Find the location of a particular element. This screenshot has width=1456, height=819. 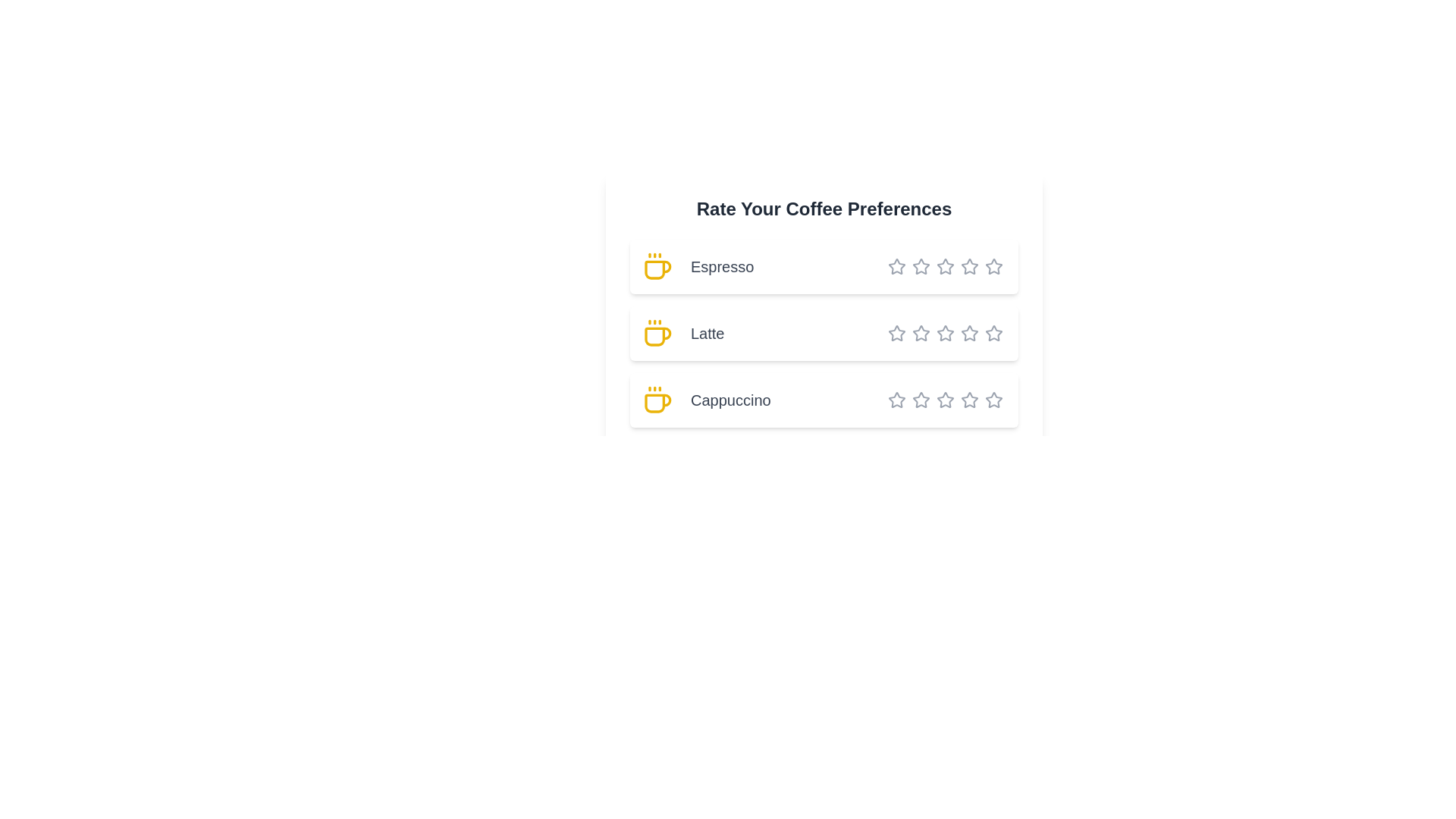

the star corresponding to 3 stars for the coffee type Espresso is located at coordinates (927, 265).